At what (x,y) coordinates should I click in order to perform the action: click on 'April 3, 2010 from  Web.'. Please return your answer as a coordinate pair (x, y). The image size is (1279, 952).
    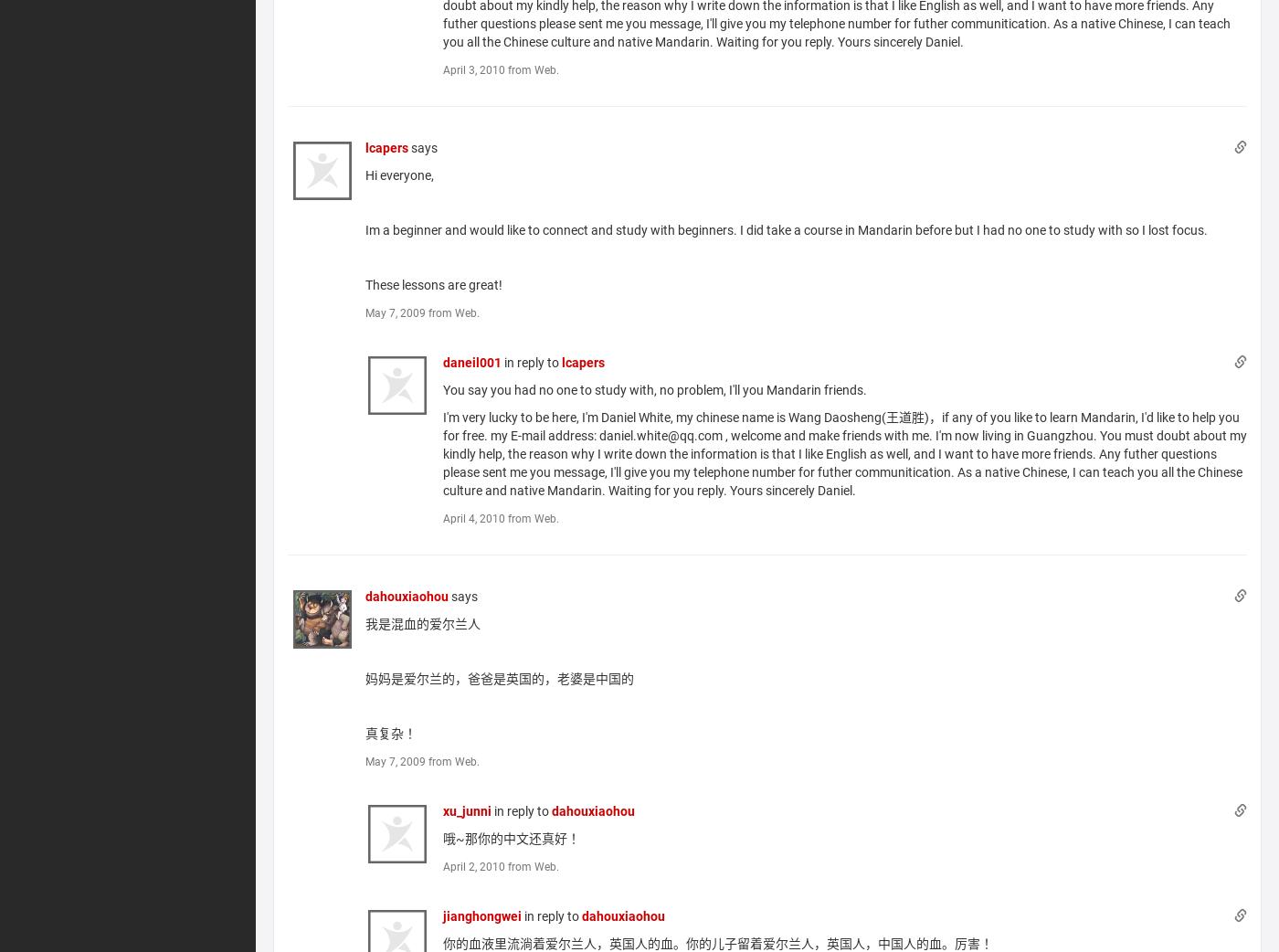
    Looking at the image, I should click on (501, 68).